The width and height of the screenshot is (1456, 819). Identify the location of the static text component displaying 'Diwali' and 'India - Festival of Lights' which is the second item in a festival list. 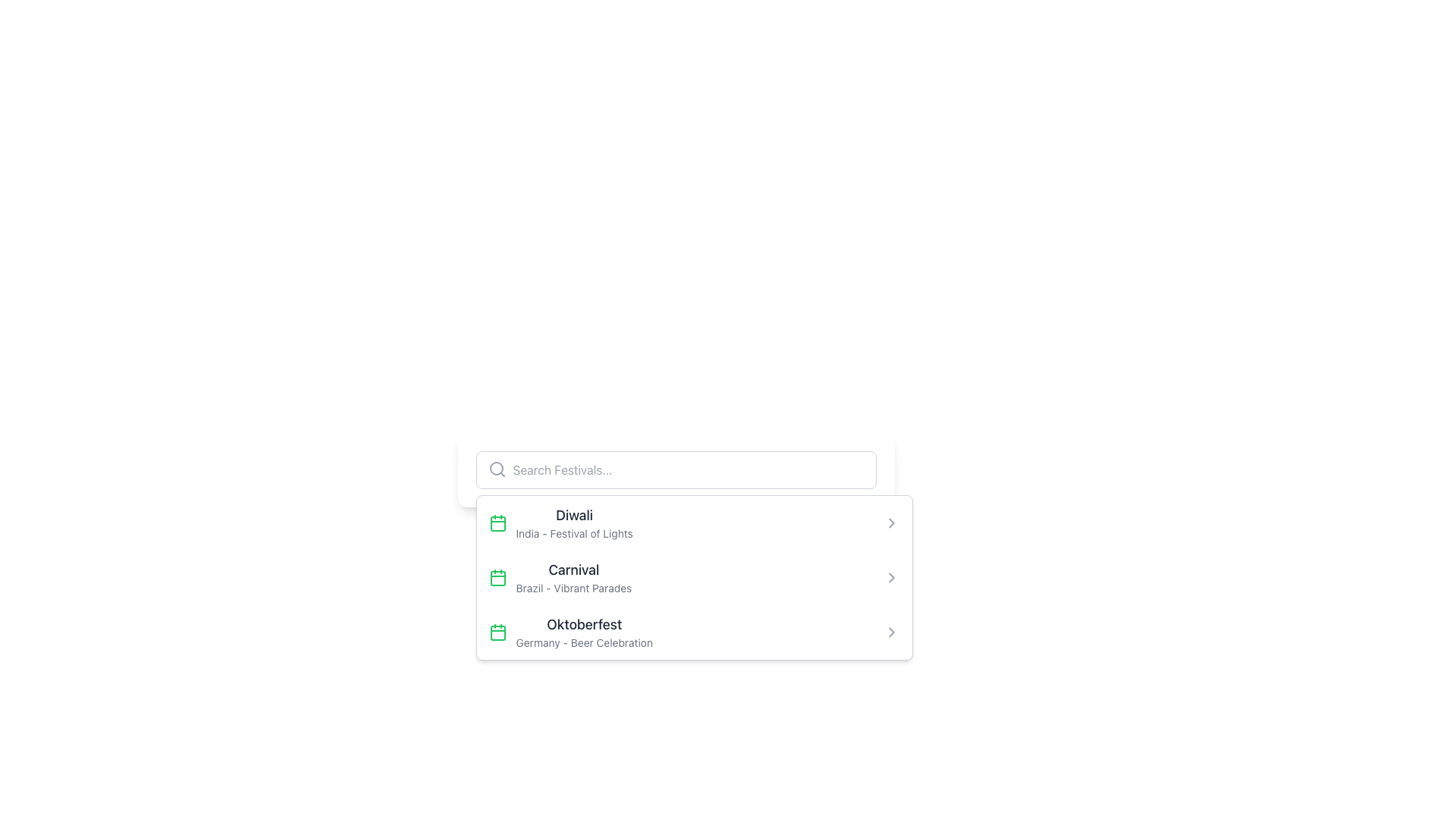
(573, 522).